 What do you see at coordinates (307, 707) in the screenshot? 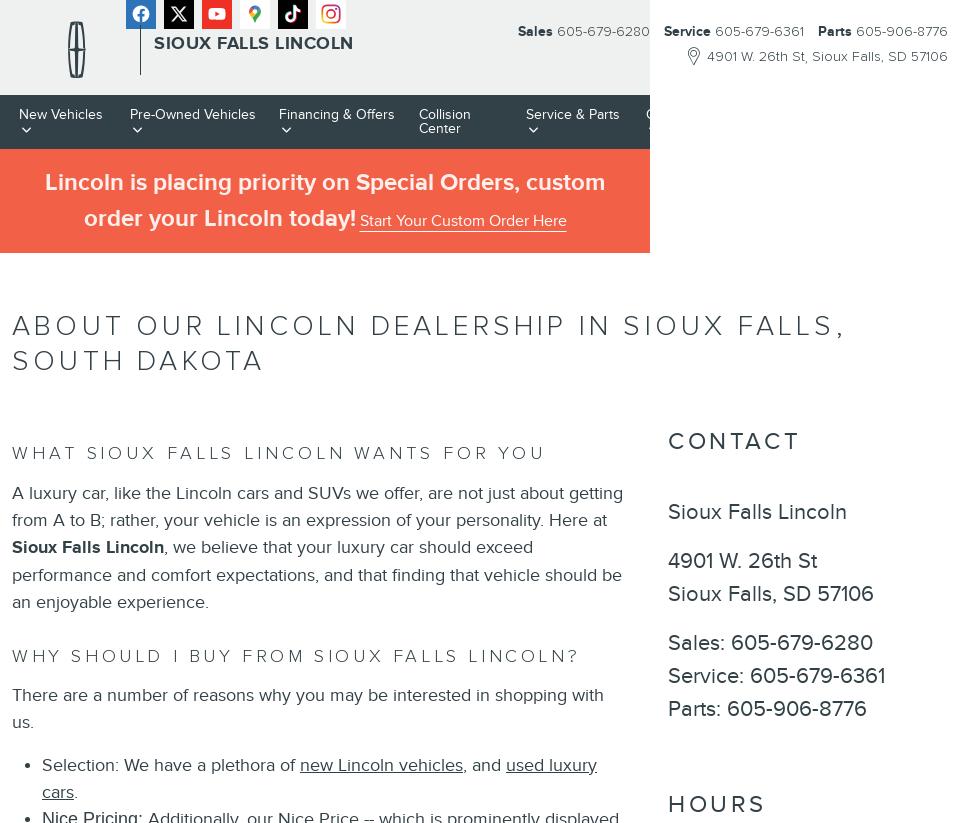
I see `'There are a number of reasons why you may be interested in shopping with us.'` at bounding box center [307, 707].